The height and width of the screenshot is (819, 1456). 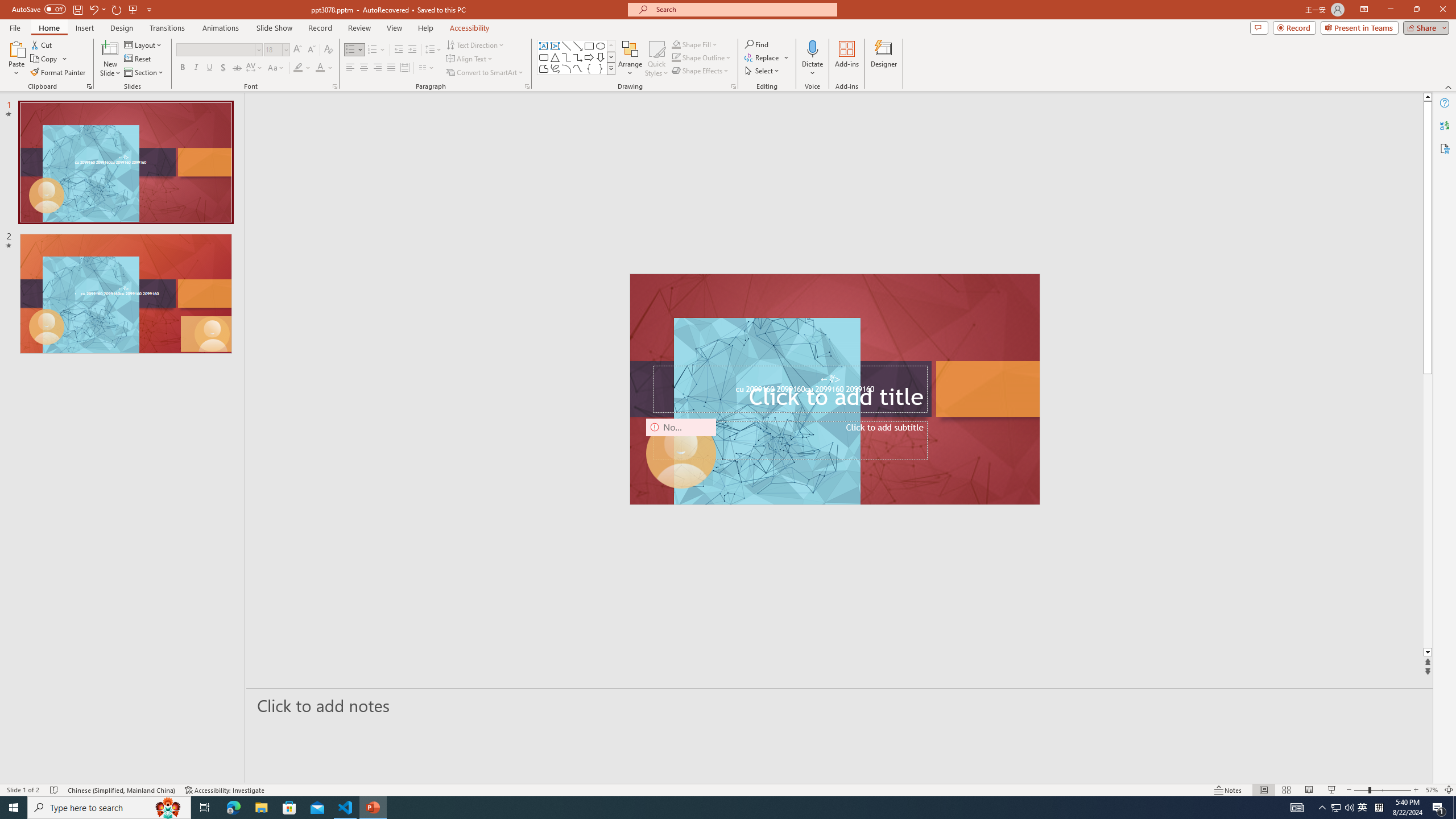 I want to click on 'Layout', so click(x=143, y=44).